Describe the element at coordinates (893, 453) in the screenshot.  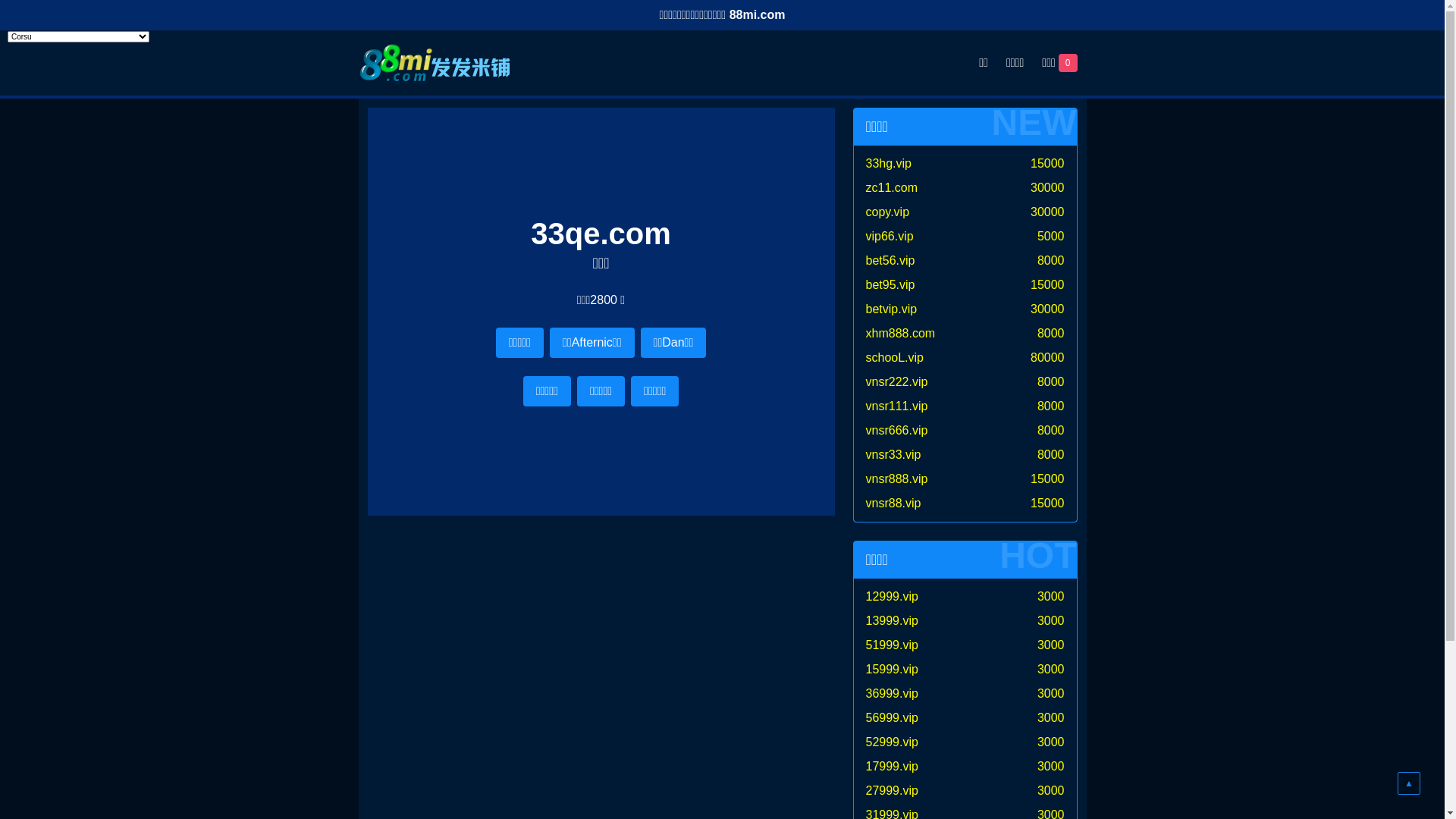
I see `'vnsr33.vip'` at that location.